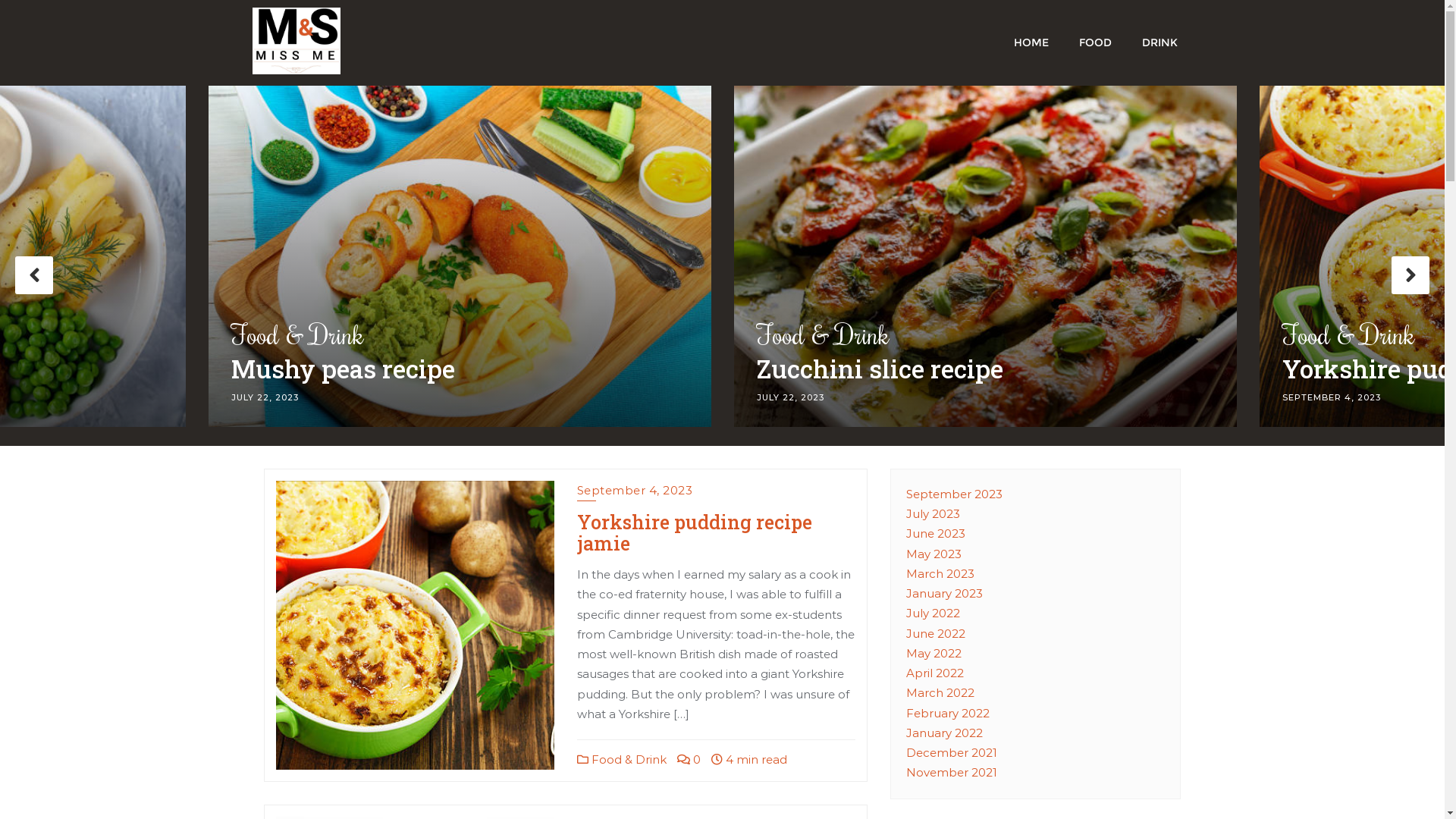 The image size is (1456, 819). Describe the element at coordinates (1159, 40) in the screenshot. I see `'DRINK'` at that location.